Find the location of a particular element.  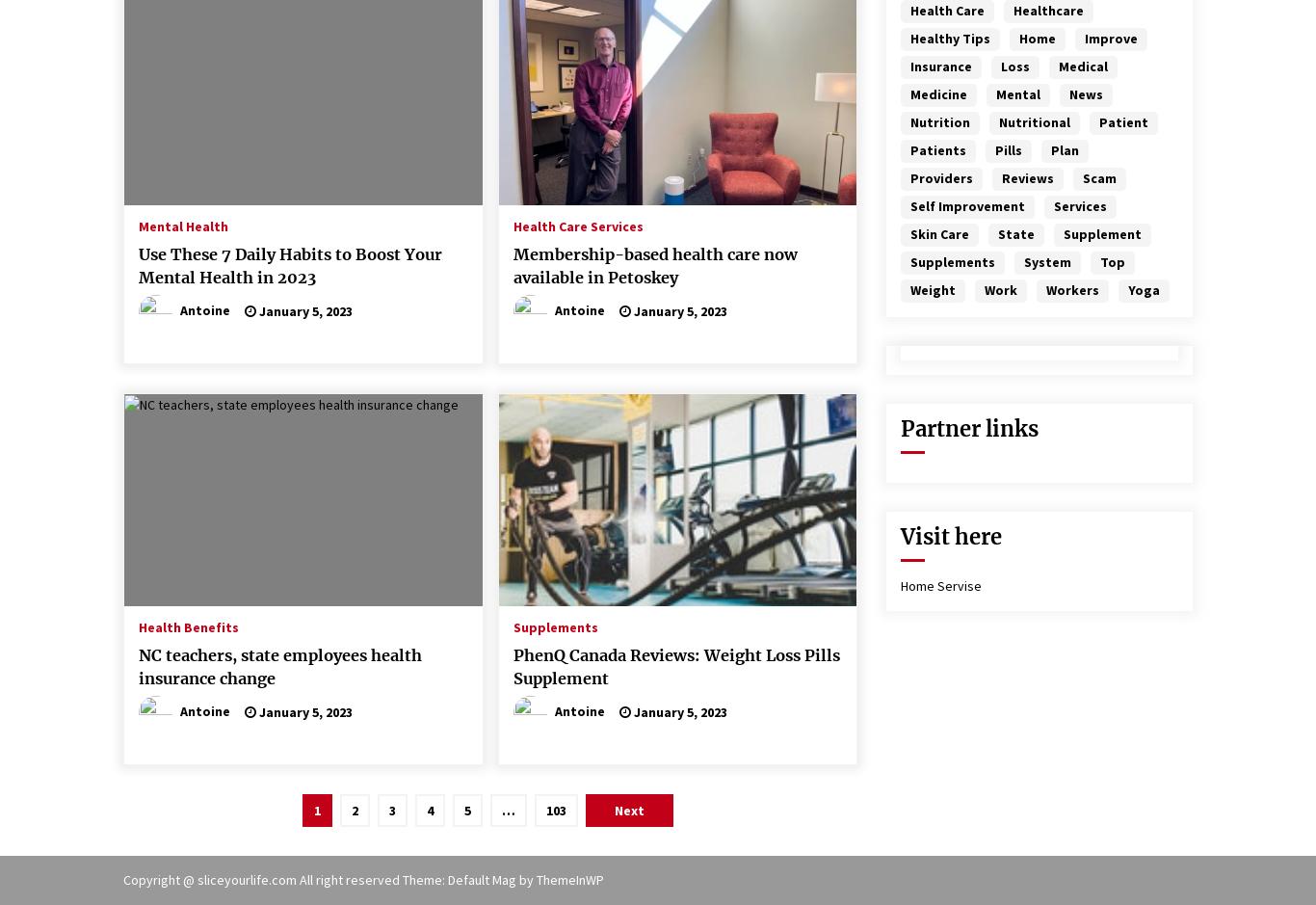

'Next' is located at coordinates (628, 809).